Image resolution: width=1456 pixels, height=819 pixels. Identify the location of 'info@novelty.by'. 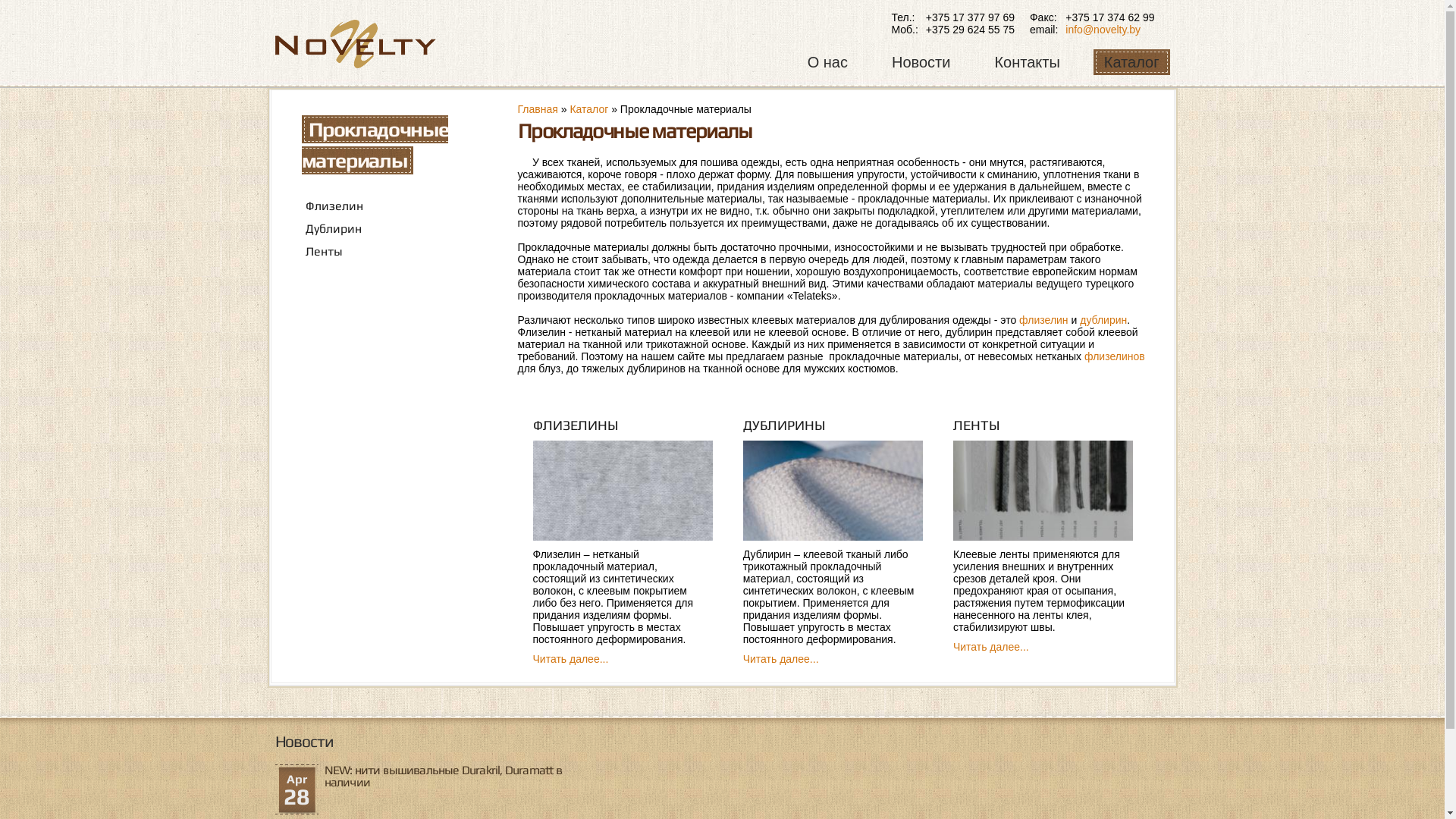
(1103, 29).